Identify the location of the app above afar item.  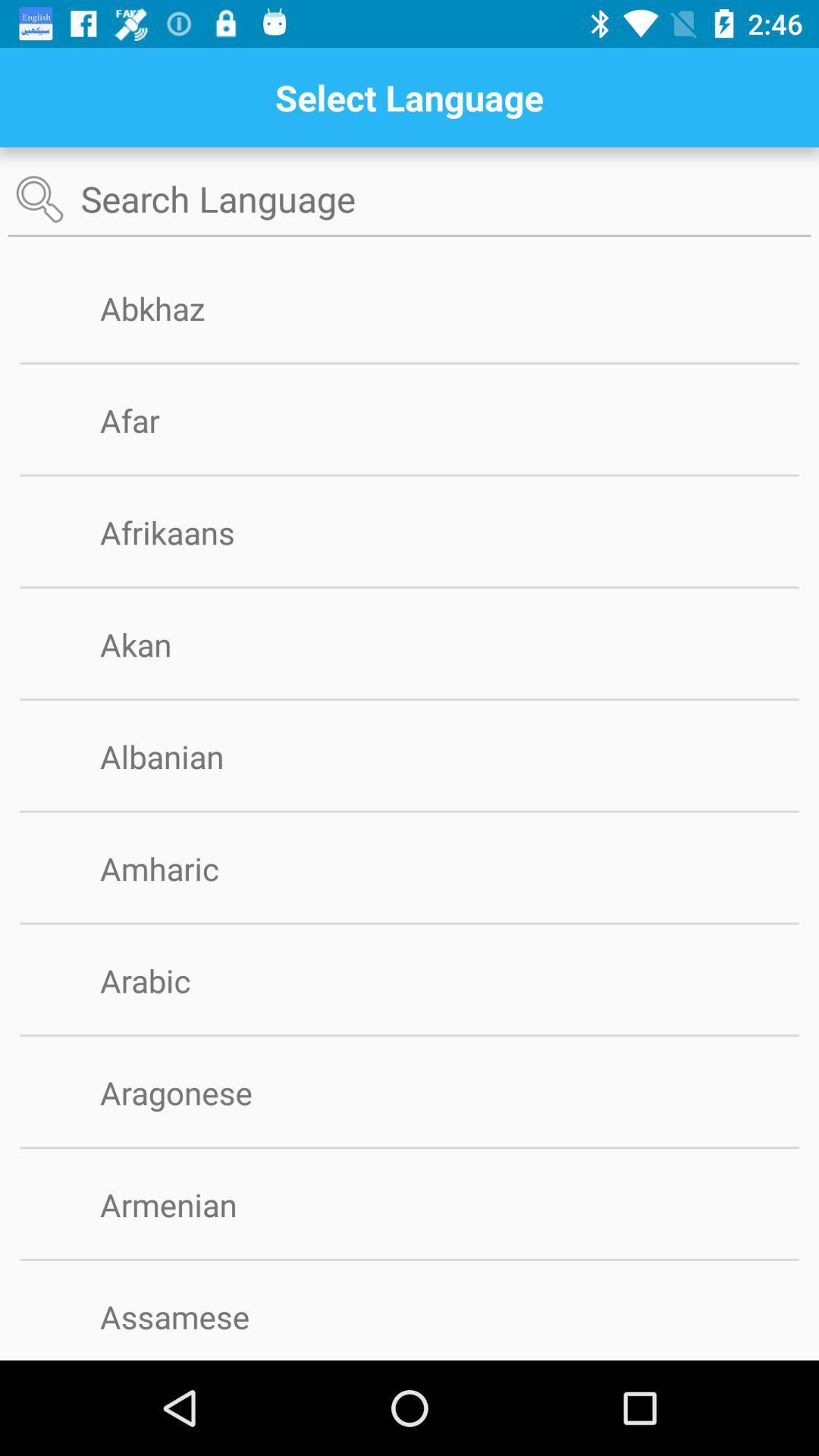
(409, 362).